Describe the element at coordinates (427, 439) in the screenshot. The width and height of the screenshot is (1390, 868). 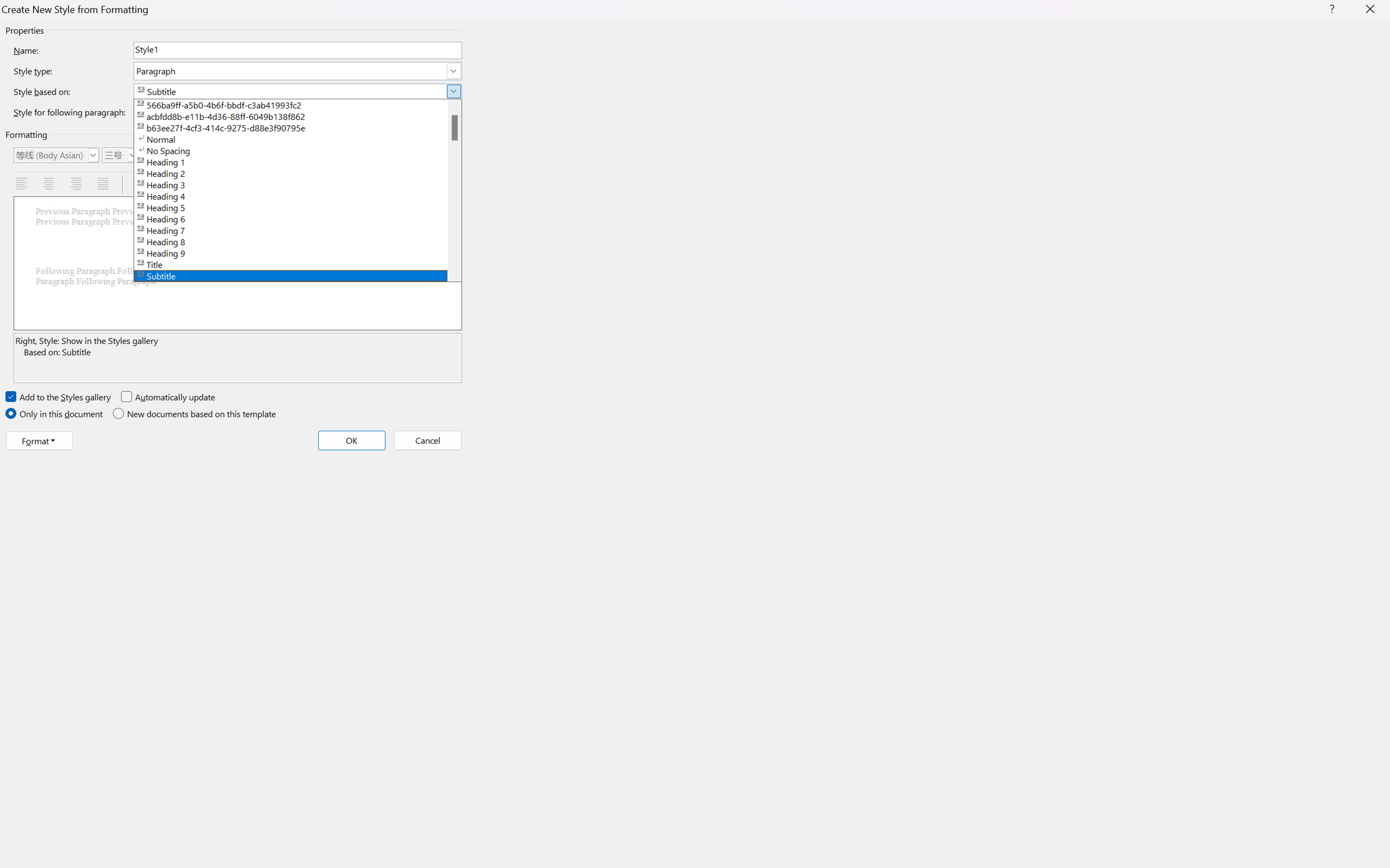
I see `'Cancel'` at that location.